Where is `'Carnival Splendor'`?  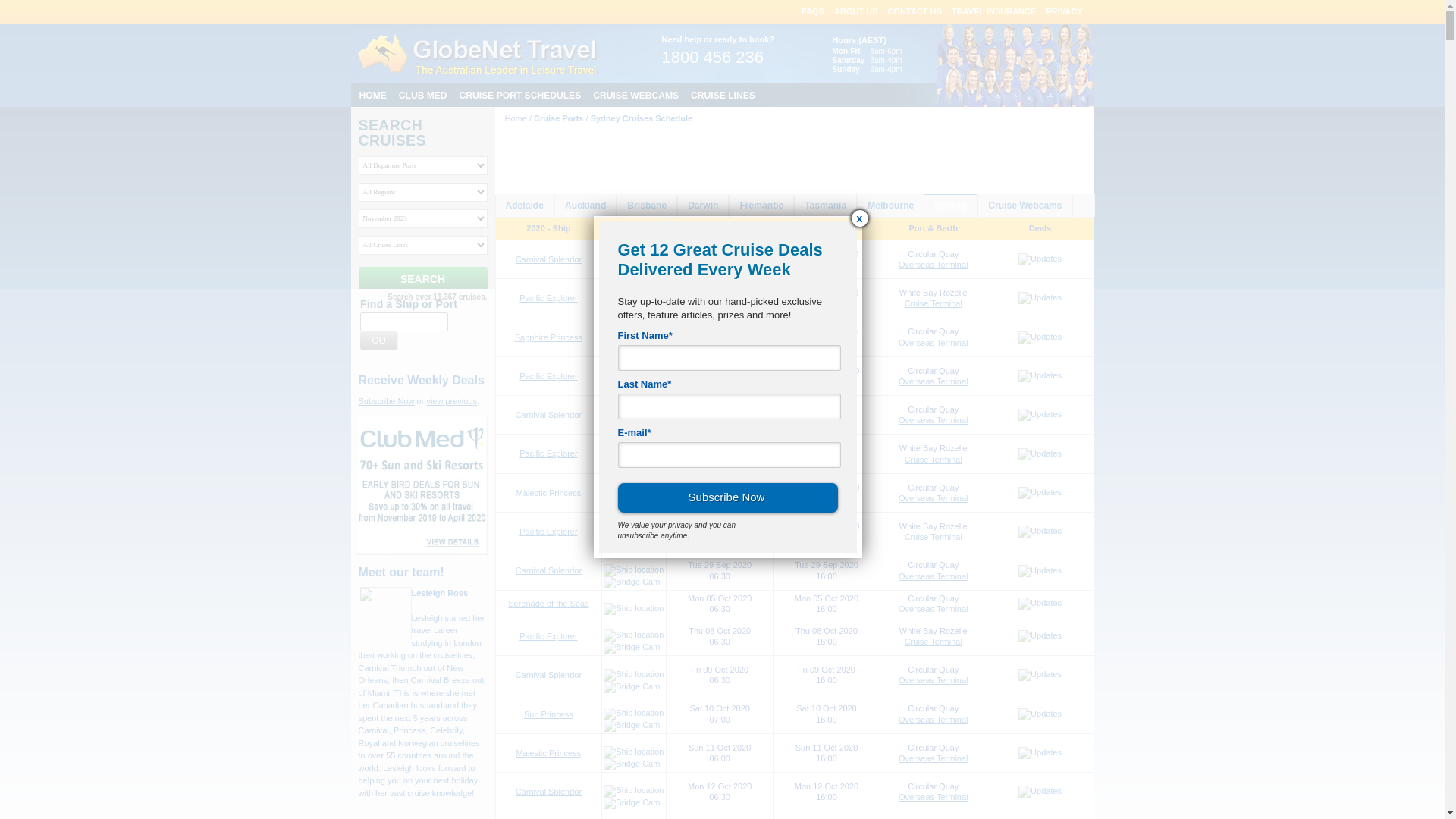 'Carnival Splendor' is located at coordinates (548, 570).